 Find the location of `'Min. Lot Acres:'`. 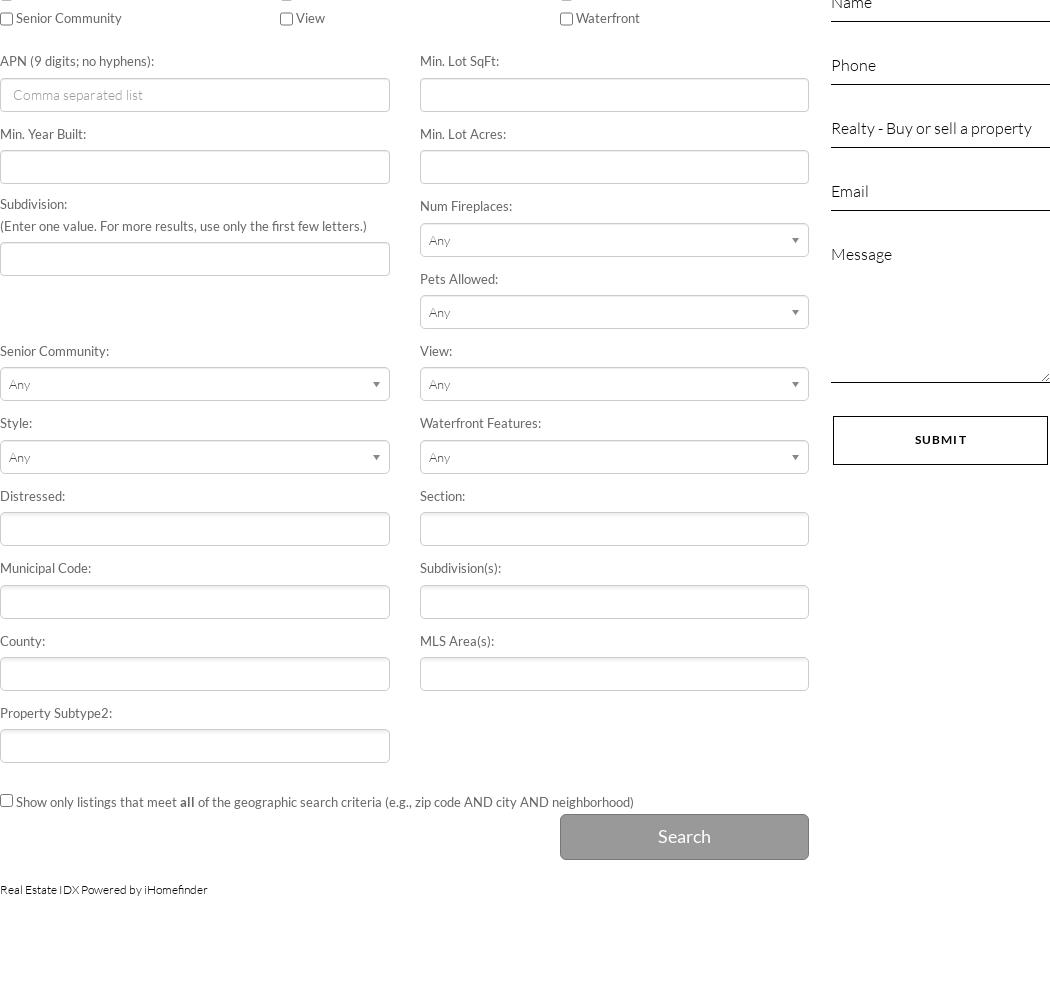

'Min. Lot Acres:' is located at coordinates (462, 133).